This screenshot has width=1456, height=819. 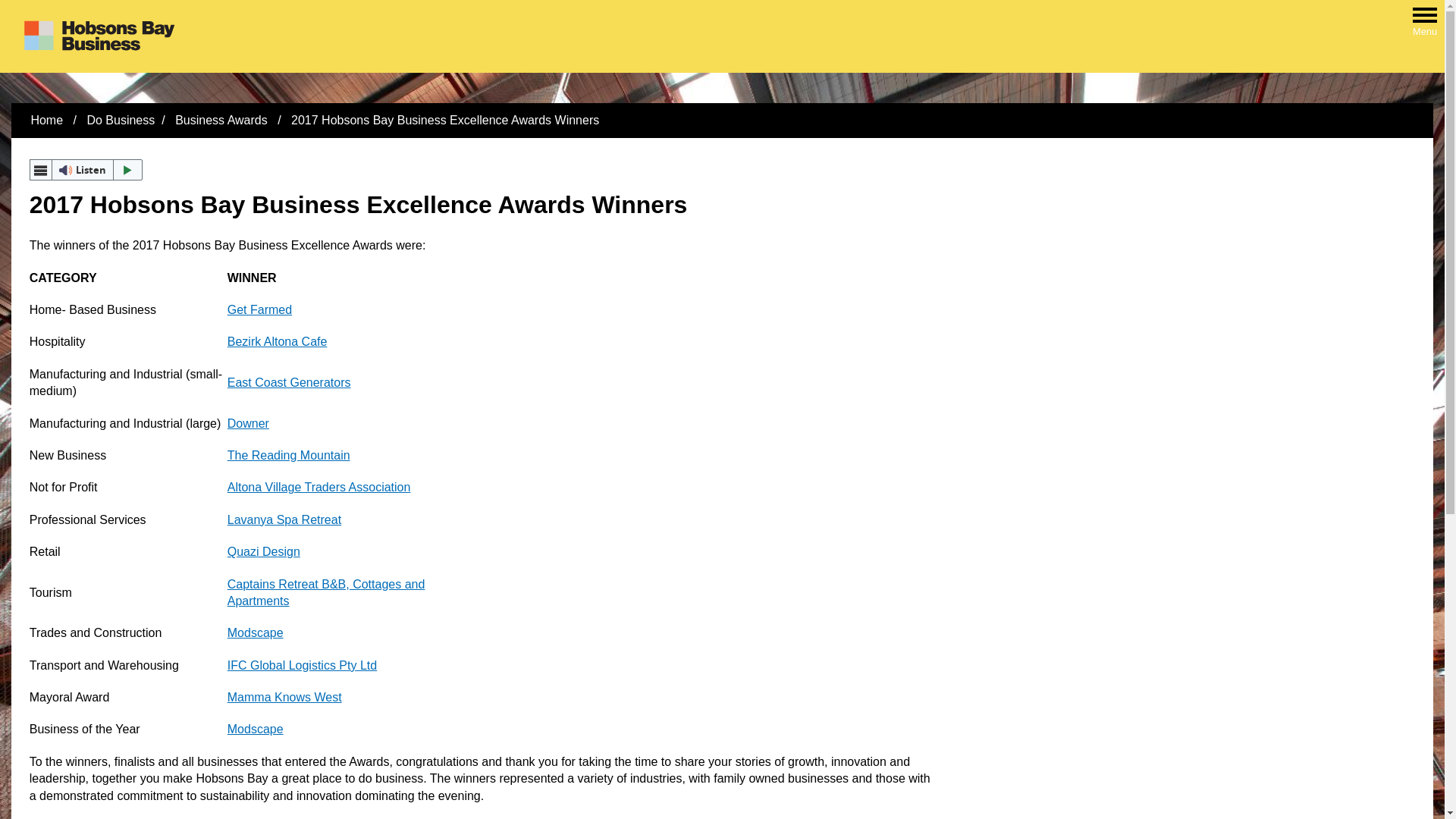 I want to click on 'Business Awards', so click(x=221, y=119).